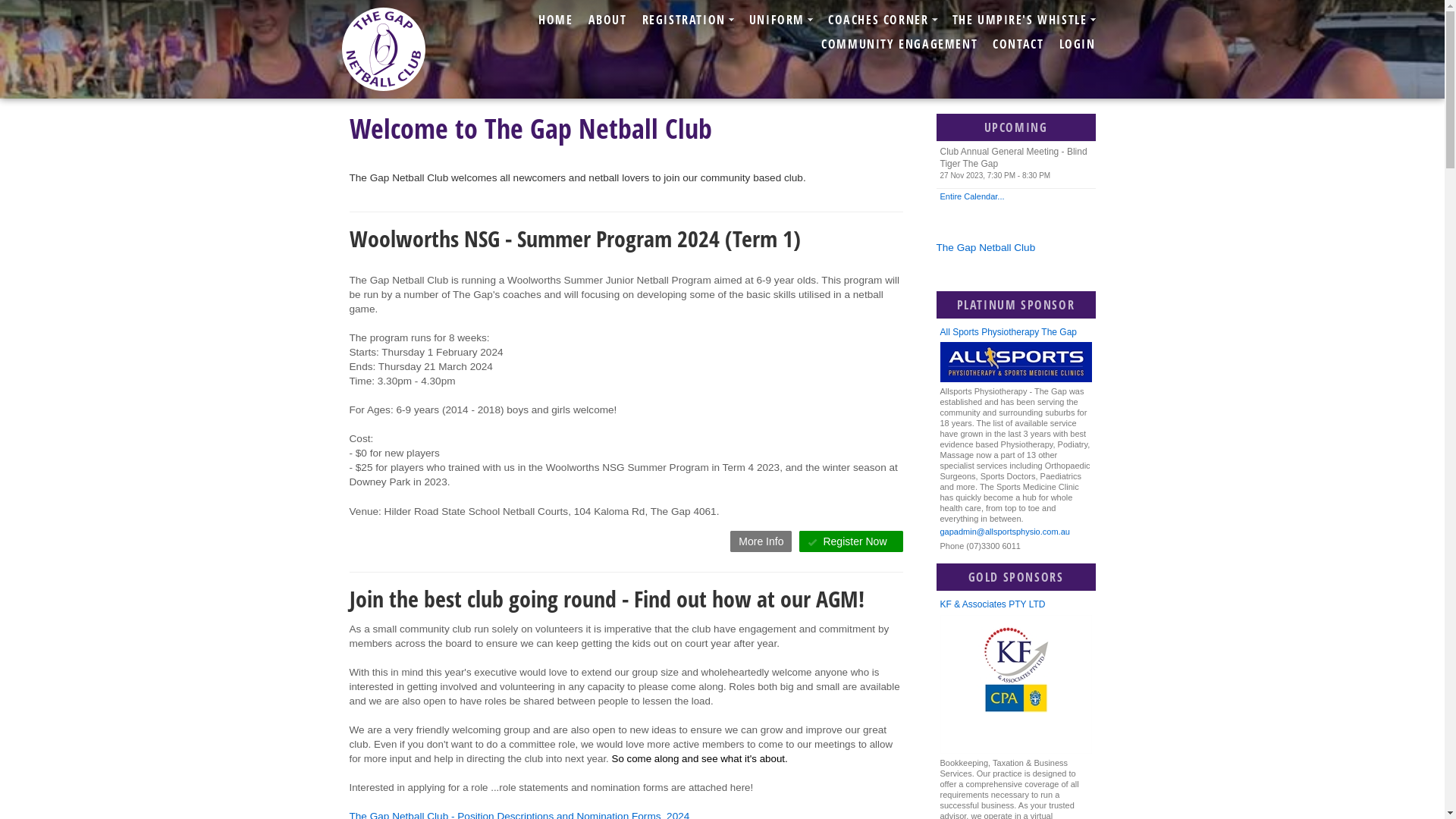  I want to click on 'COMMUNITY ENGAGEMENT', so click(899, 42).